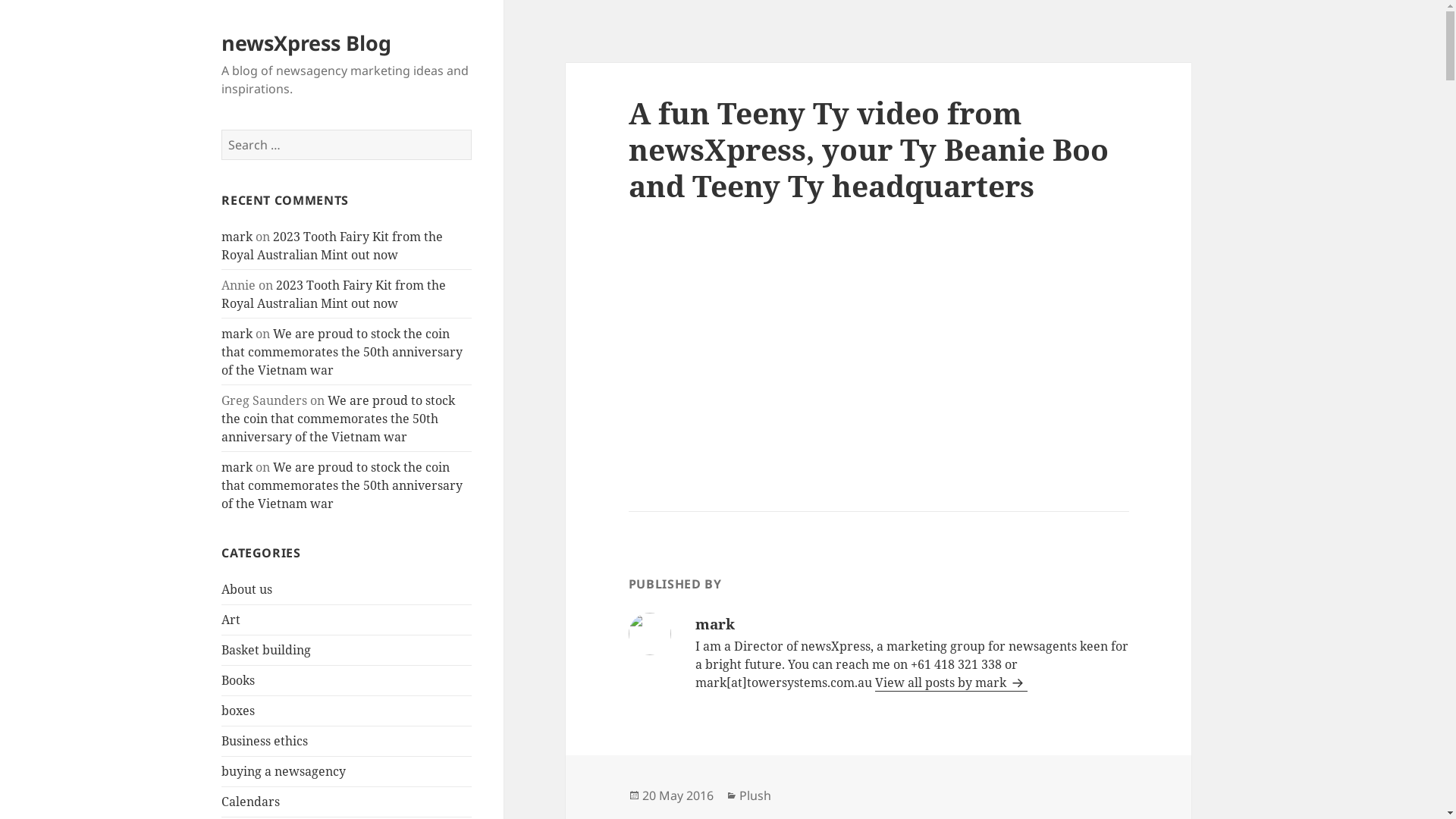 Image resolution: width=1456 pixels, height=819 pixels. I want to click on 'buying a newsagency', so click(284, 771).